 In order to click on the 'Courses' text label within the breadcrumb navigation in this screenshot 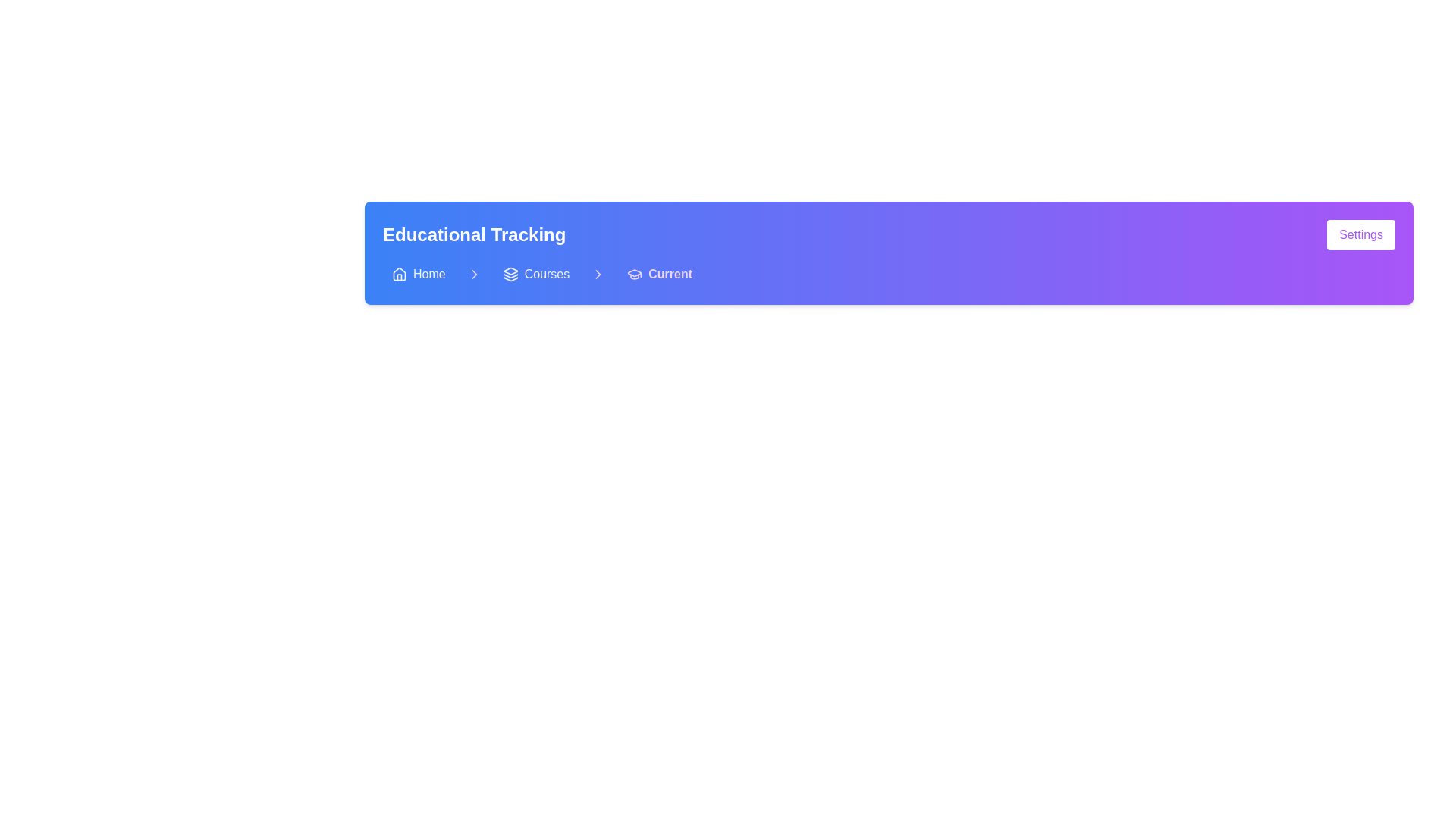, I will do `click(546, 275)`.